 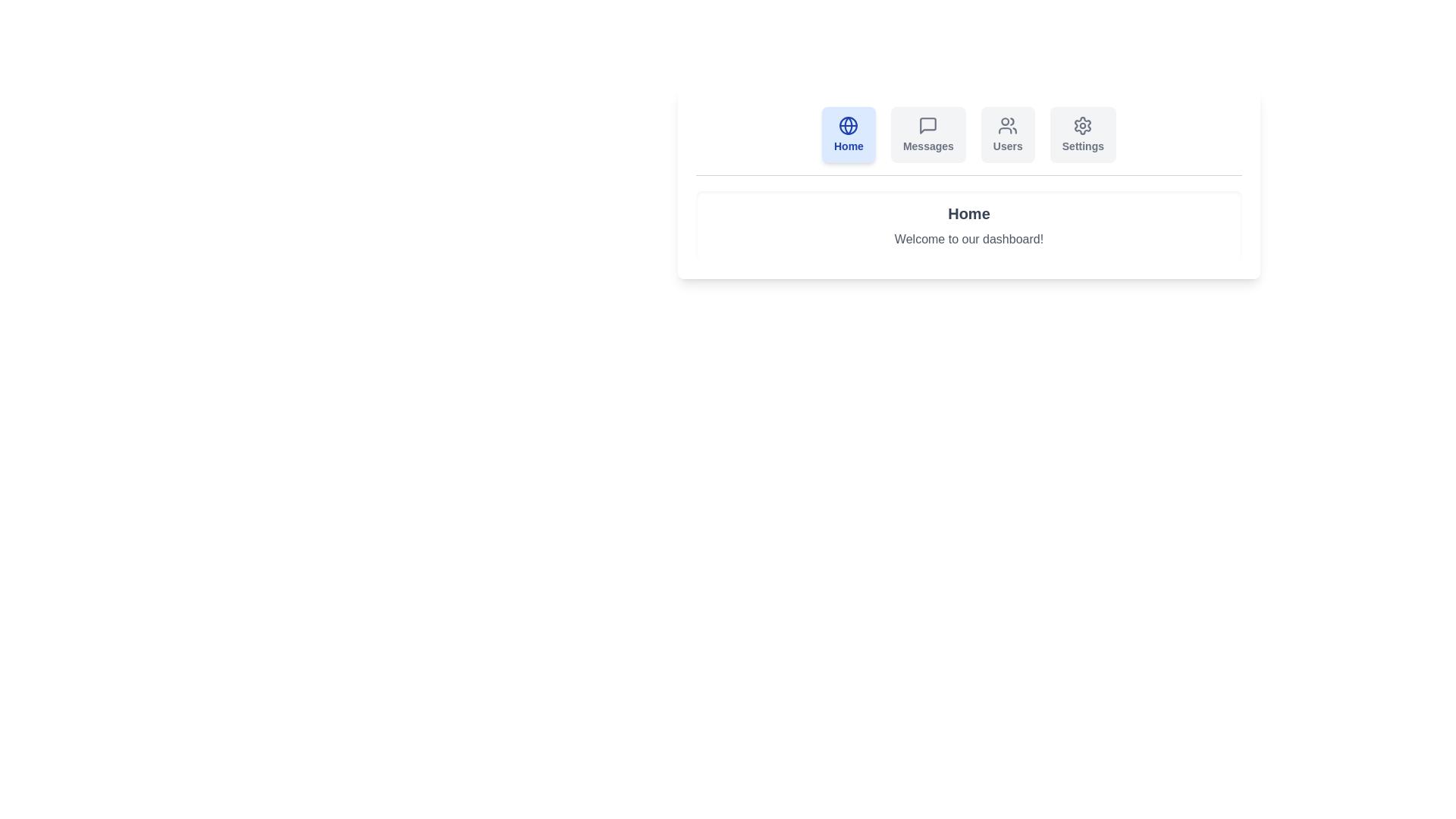 What do you see at coordinates (1008, 133) in the screenshot?
I see `the Users tab to switch to its content` at bounding box center [1008, 133].